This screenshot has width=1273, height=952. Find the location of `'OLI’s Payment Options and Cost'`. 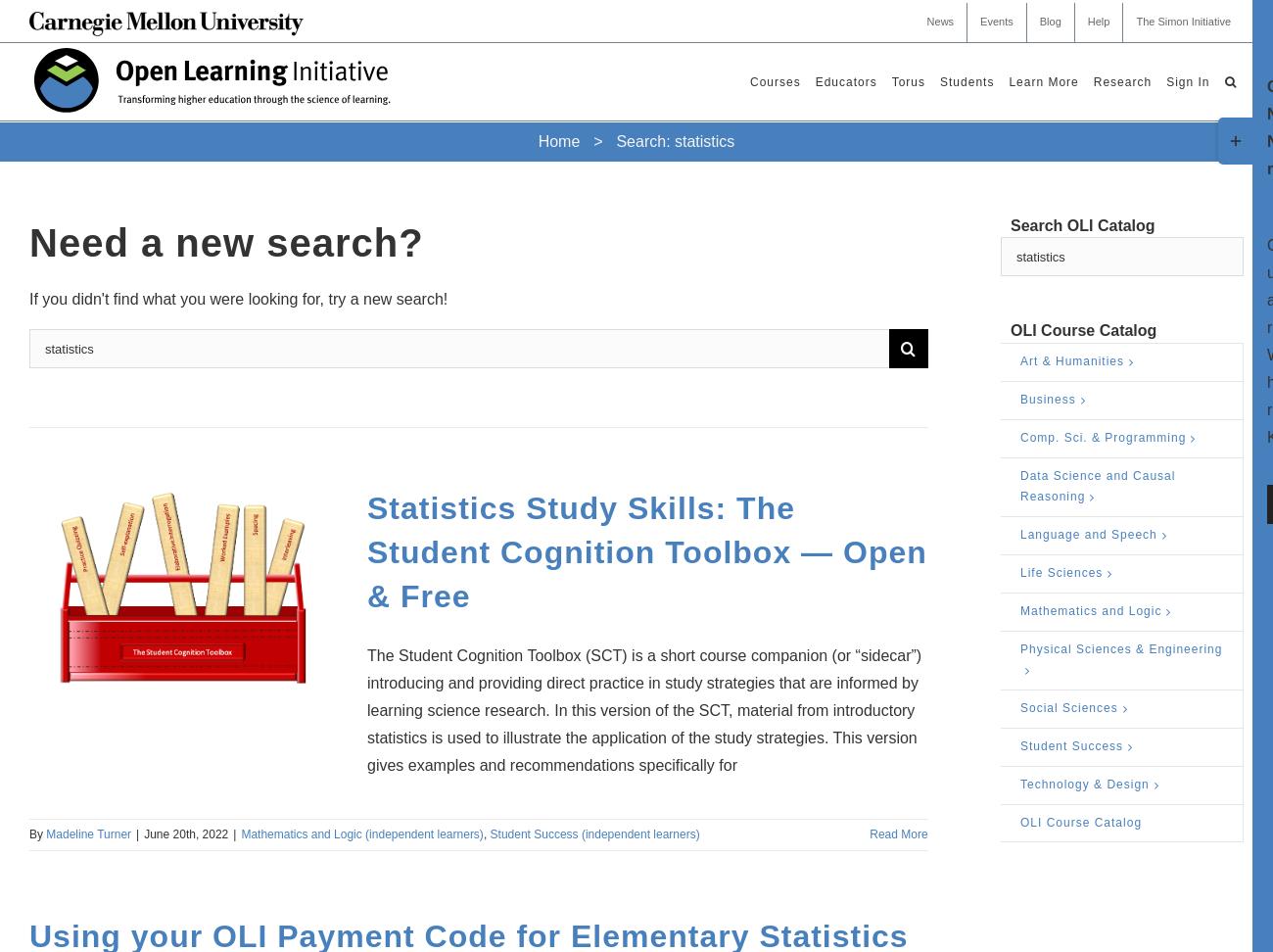

'OLI’s Payment Options and Cost' is located at coordinates (912, 232).